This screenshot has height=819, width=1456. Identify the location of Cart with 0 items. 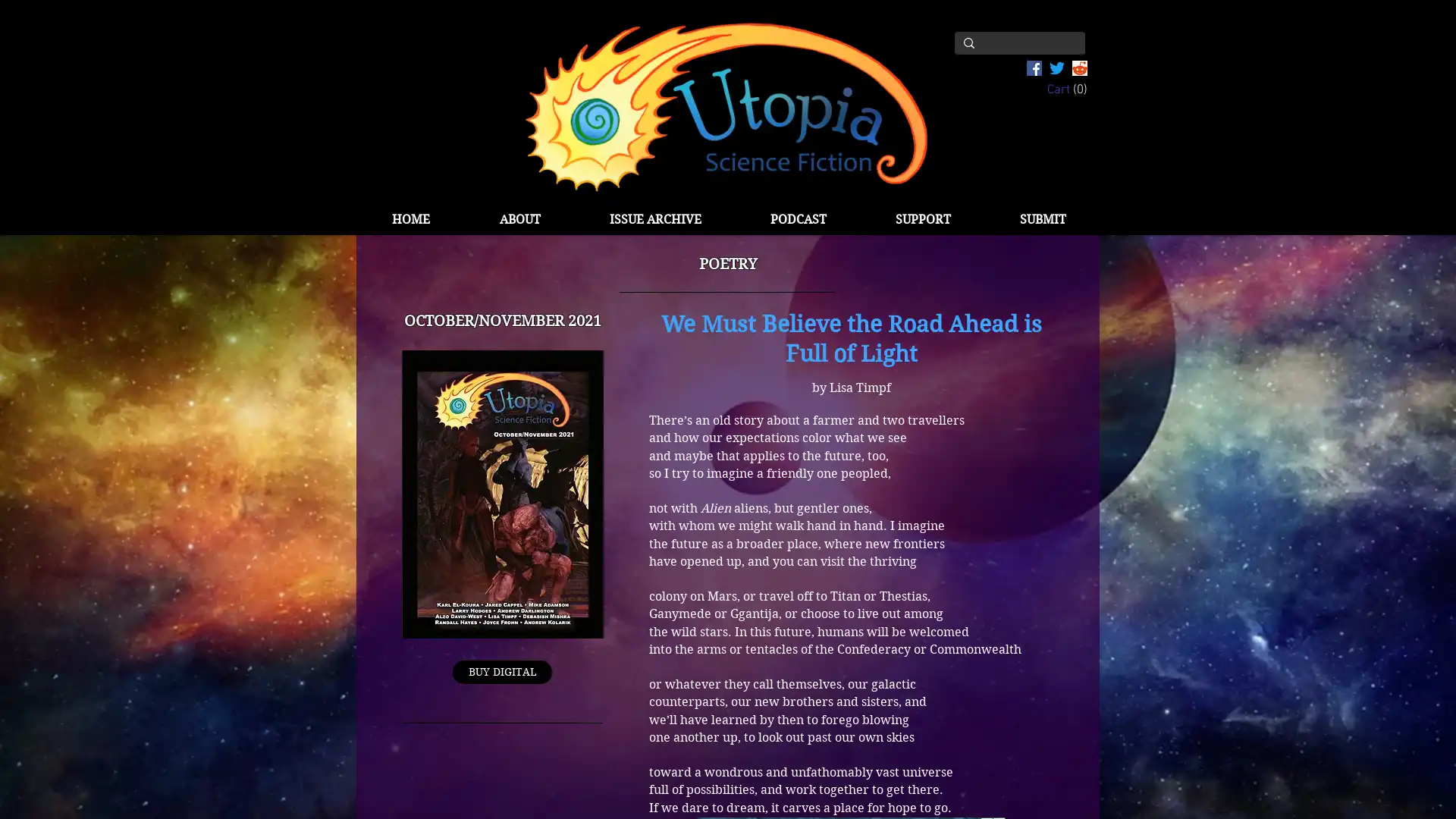
(1066, 88).